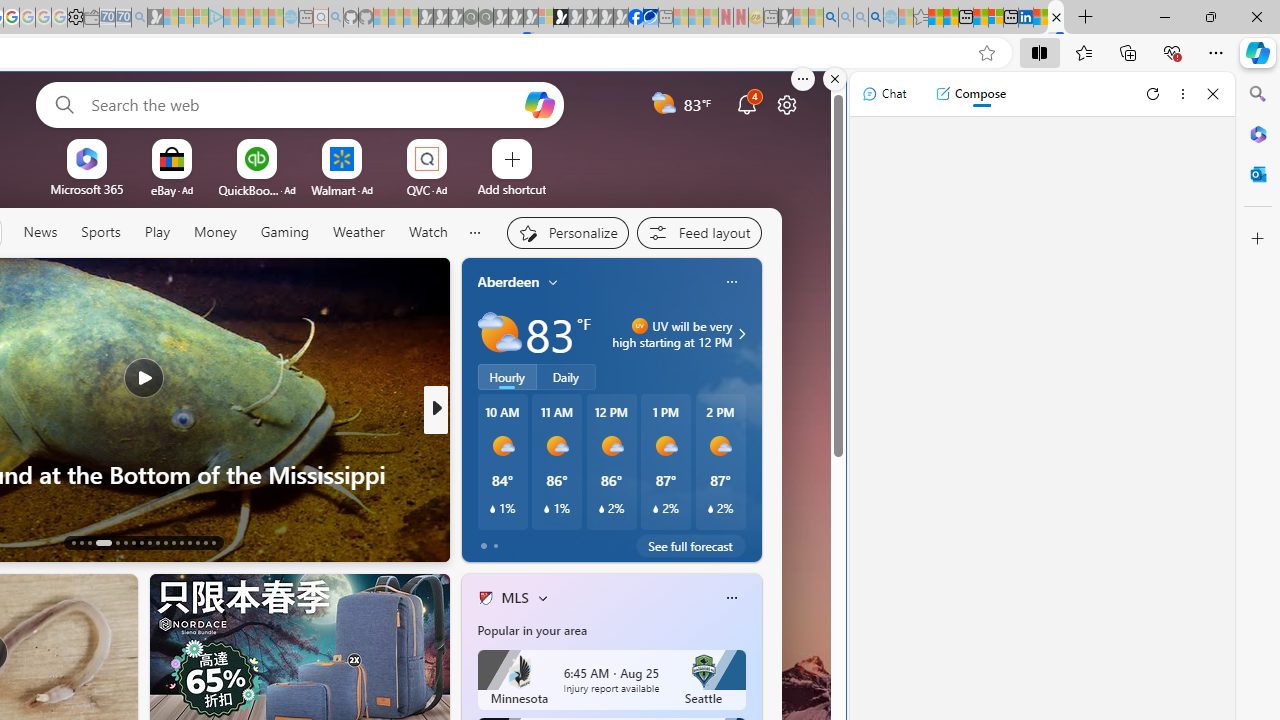  Describe the element at coordinates (565, 377) in the screenshot. I see `'Daily'` at that location.